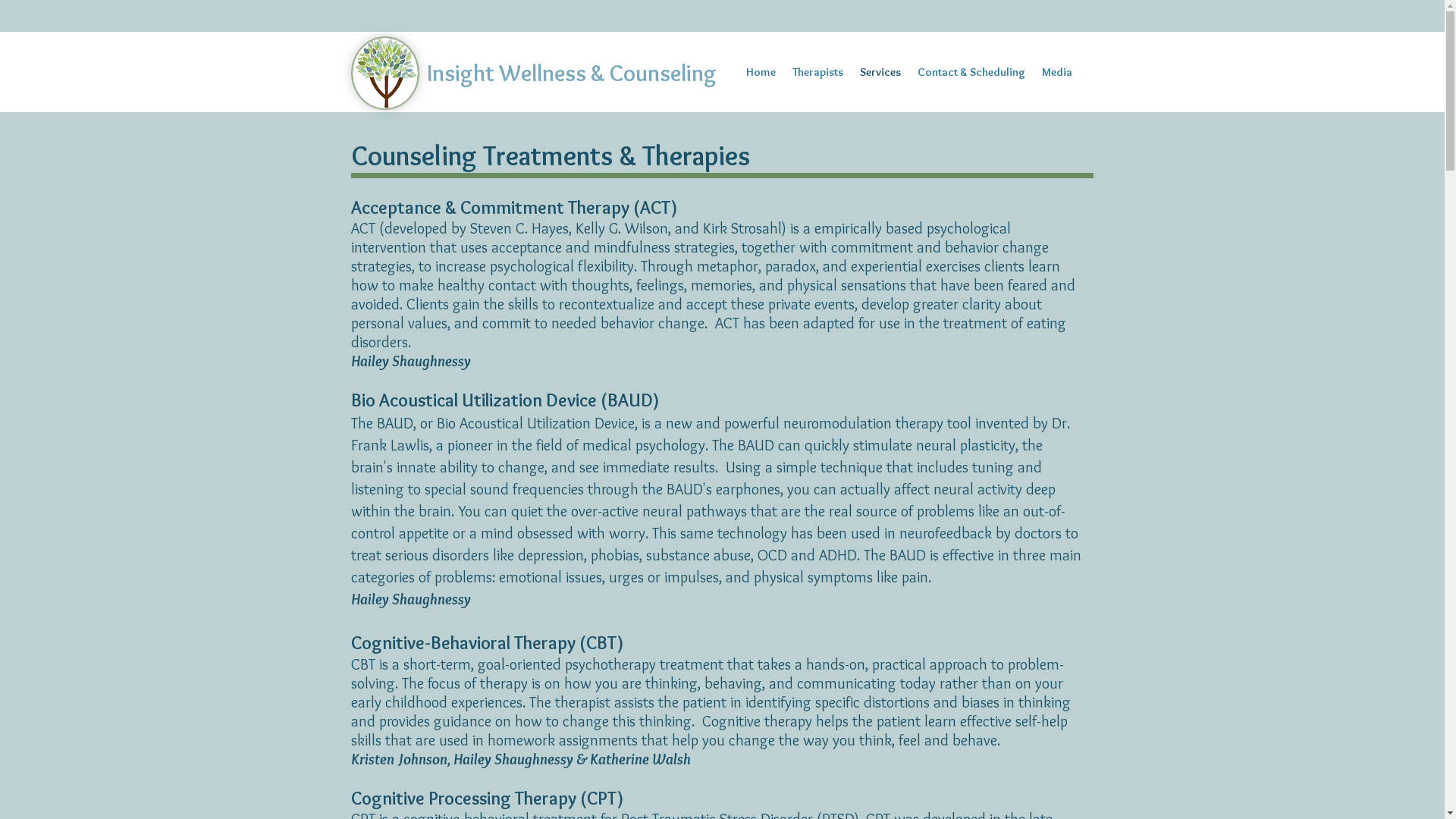  I want to click on 'Contact & Scheduling', so click(971, 72).